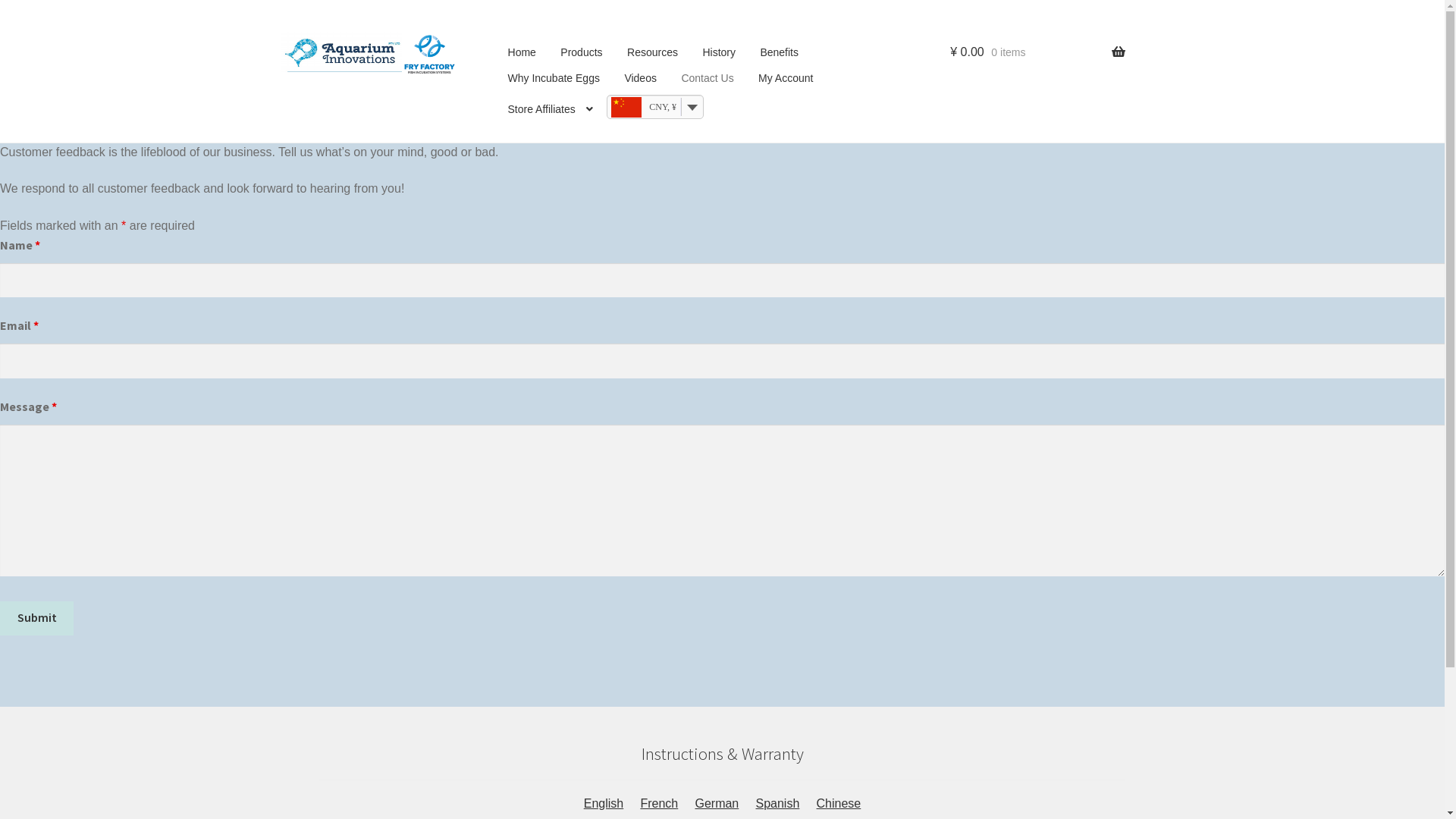 This screenshot has width=1456, height=819. Describe the element at coordinates (522, 55) in the screenshot. I see `'Home'` at that location.